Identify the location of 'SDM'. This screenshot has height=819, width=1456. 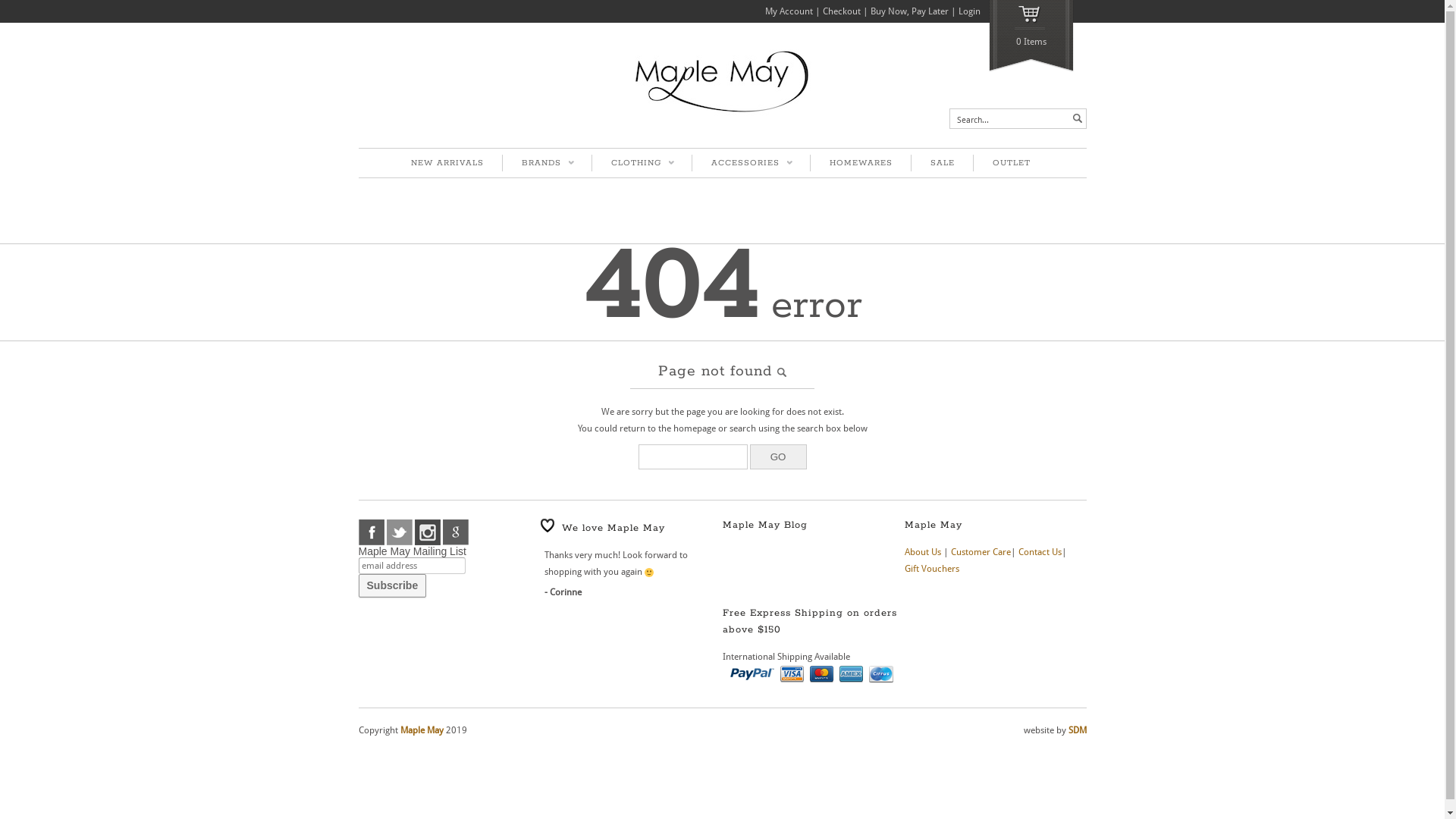
(1066, 730).